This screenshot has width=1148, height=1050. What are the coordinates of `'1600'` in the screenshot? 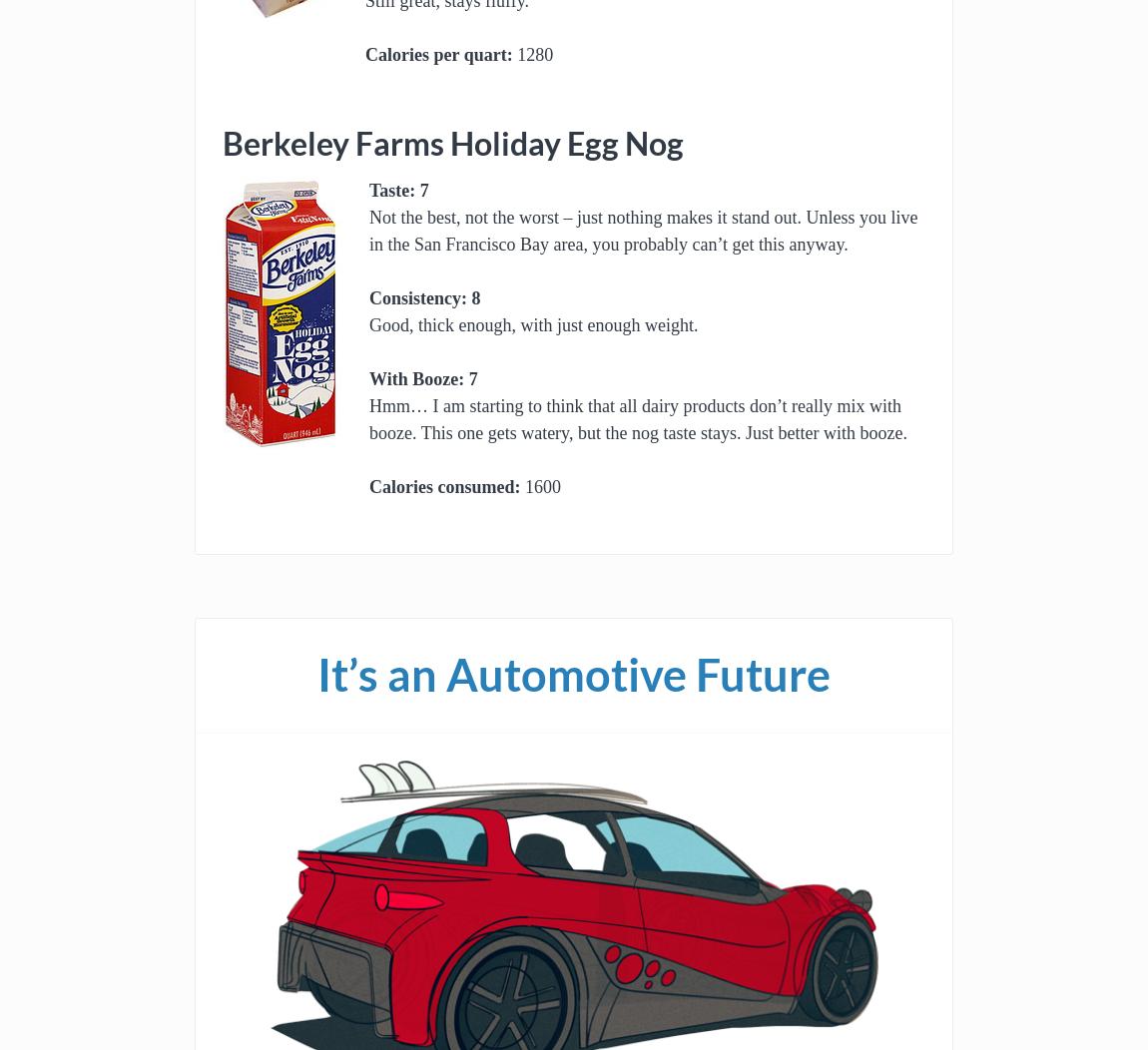 It's located at (540, 486).